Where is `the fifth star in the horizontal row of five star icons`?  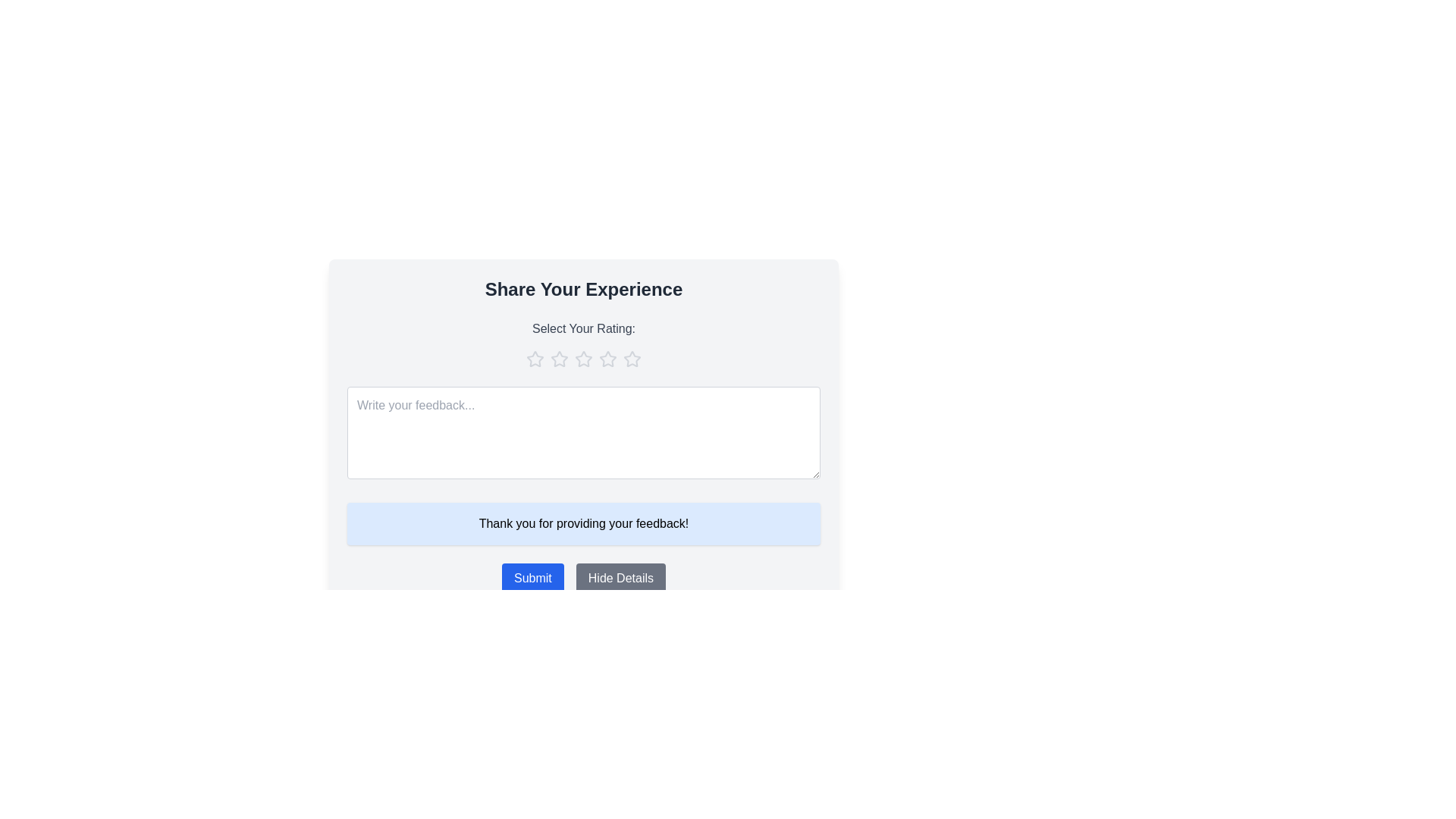
the fifth star in the horizontal row of five star icons is located at coordinates (632, 359).